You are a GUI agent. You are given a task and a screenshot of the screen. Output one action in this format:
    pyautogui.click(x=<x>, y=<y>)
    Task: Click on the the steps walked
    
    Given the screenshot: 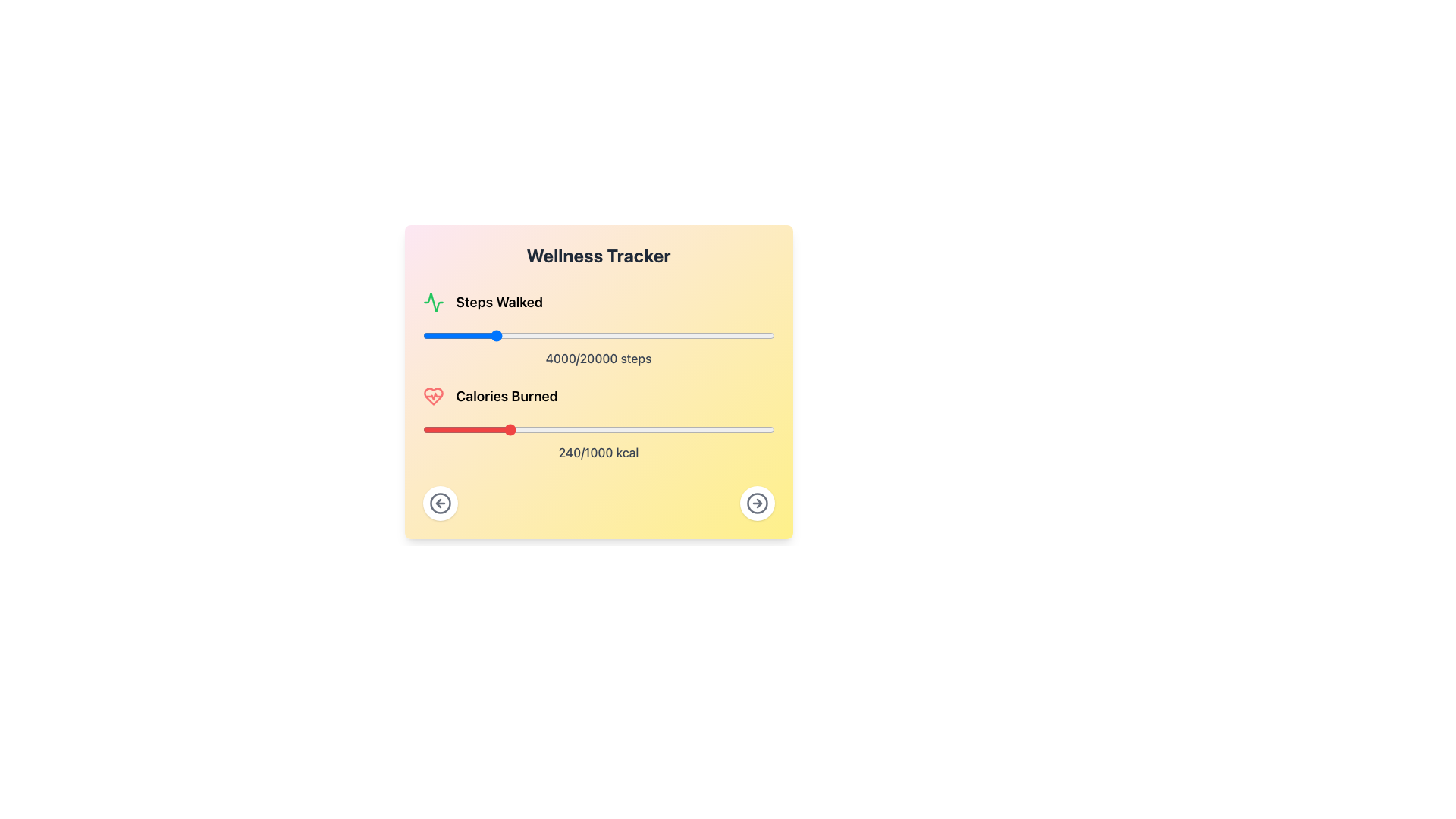 What is the action you would take?
    pyautogui.click(x=645, y=335)
    